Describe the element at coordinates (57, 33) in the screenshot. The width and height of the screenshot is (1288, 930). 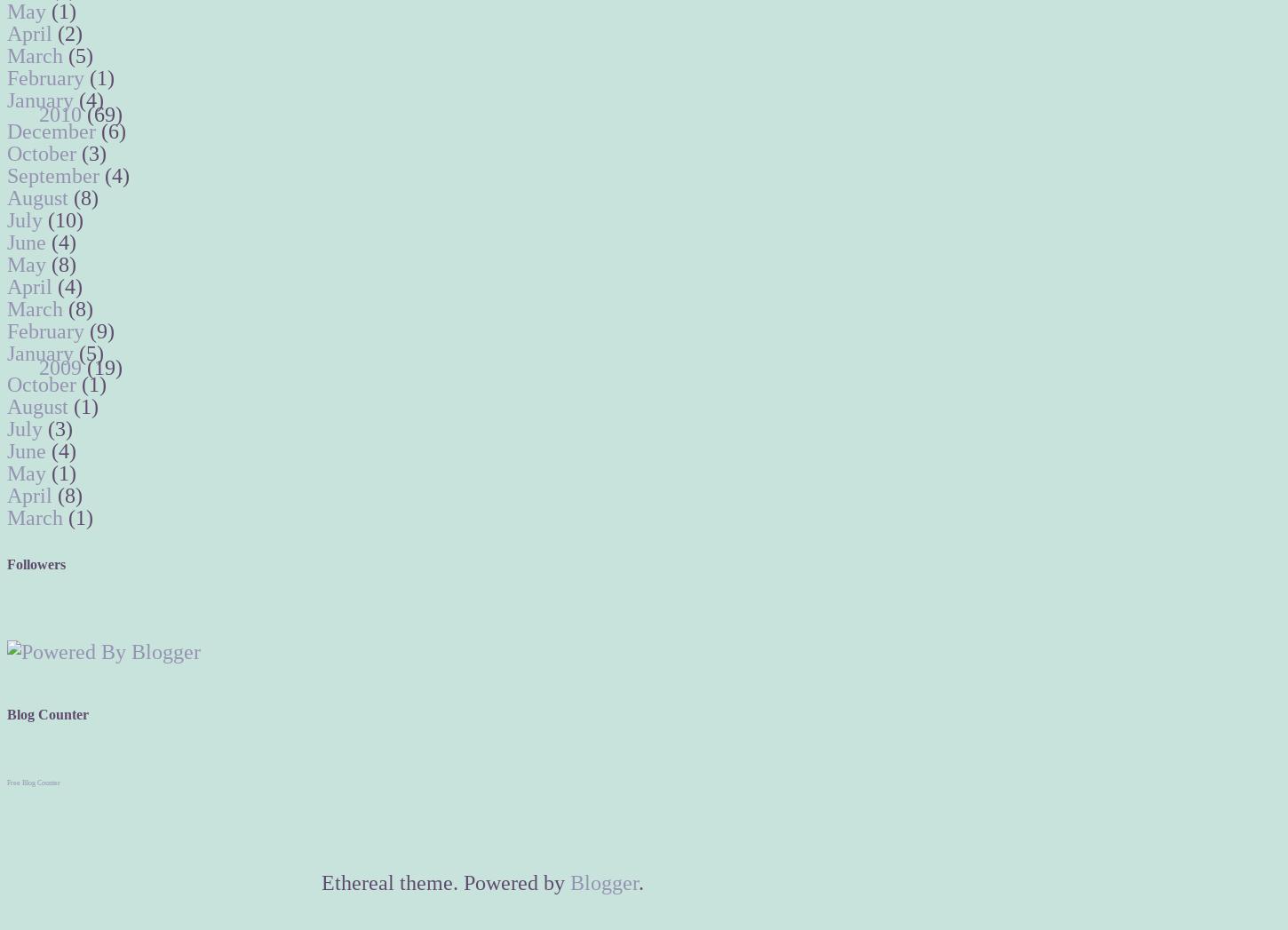
I see `'(2)'` at that location.